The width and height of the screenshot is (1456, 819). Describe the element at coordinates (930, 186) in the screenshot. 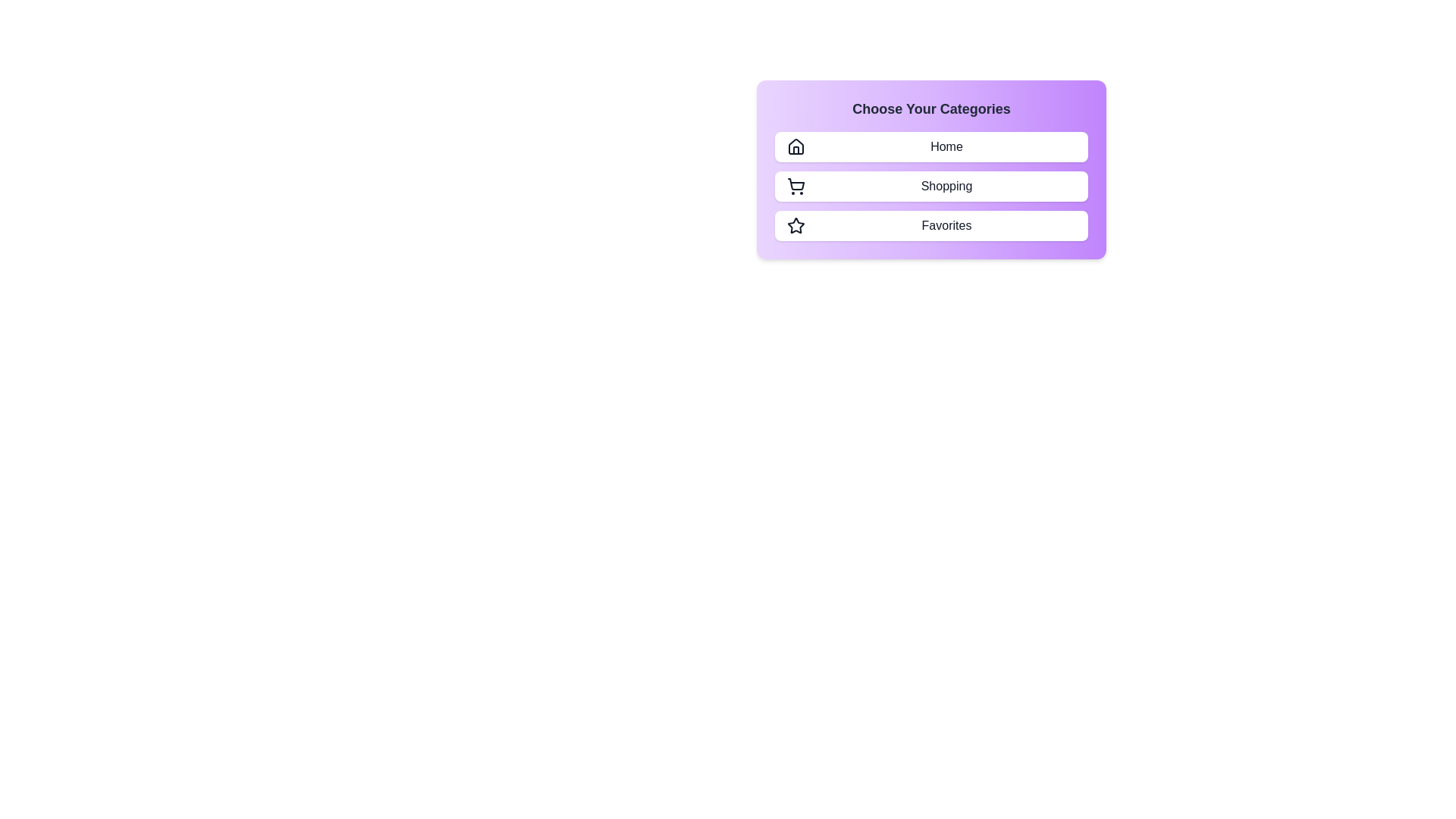

I see `the 'Shopping' category chip to toggle its activation state` at that location.